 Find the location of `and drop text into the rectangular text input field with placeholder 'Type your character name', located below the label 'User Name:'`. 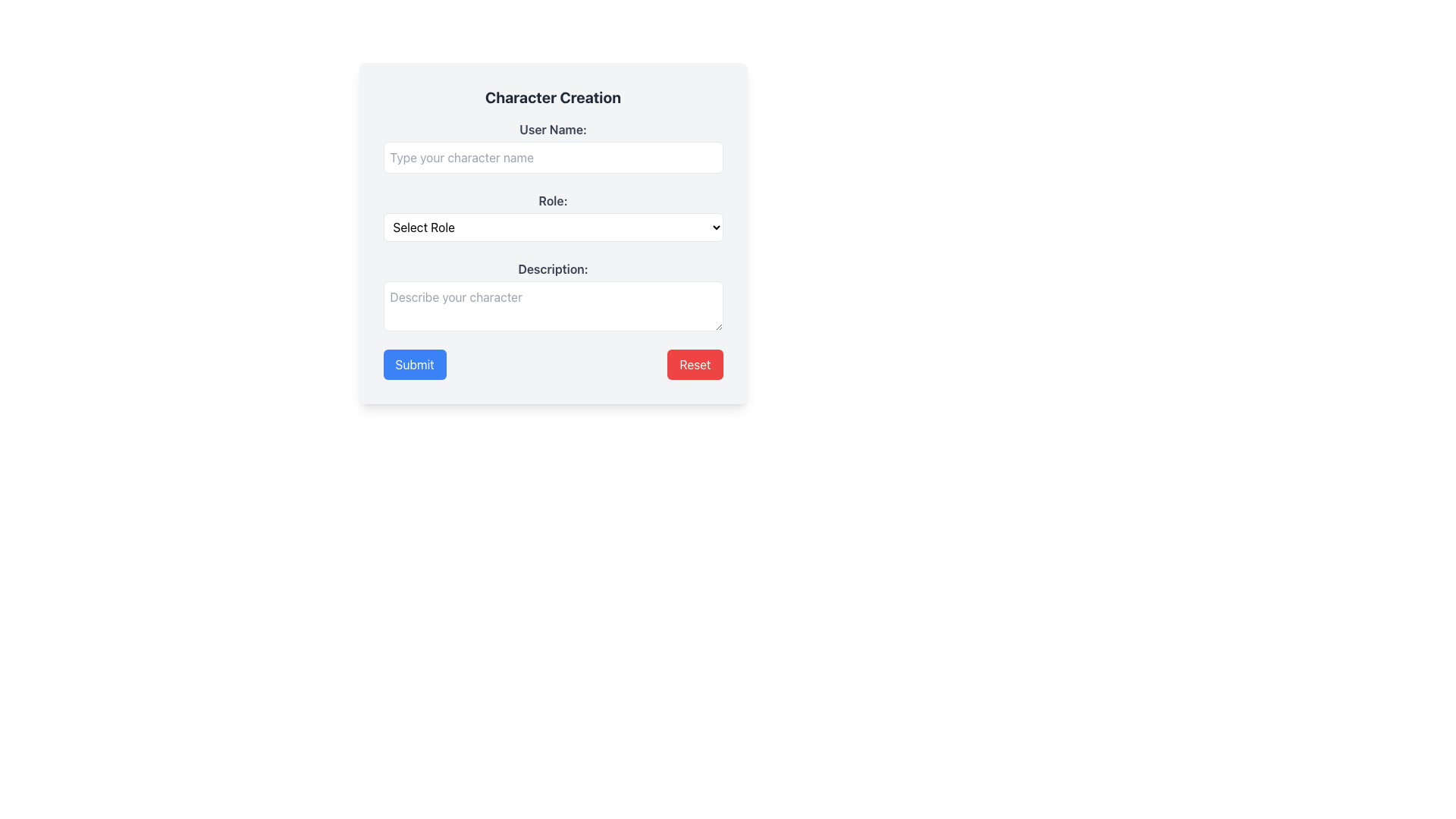

and drop text into the rectangular text input field with placeholder 'Type your character name', located below the label 'User Name:' is located at coordinates (552, 158).